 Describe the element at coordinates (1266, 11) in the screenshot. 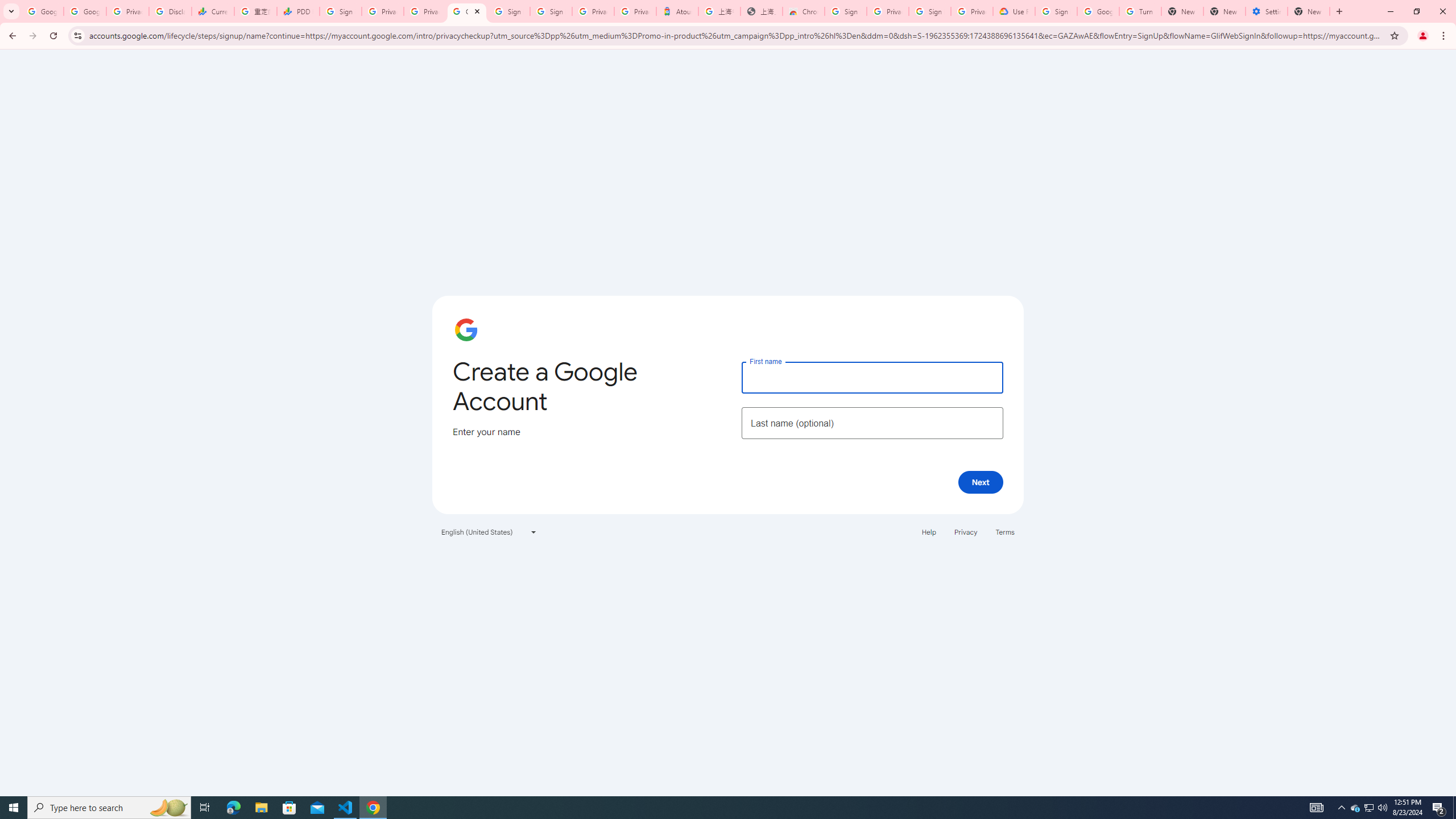

I see `'Settings - System'` at that location.